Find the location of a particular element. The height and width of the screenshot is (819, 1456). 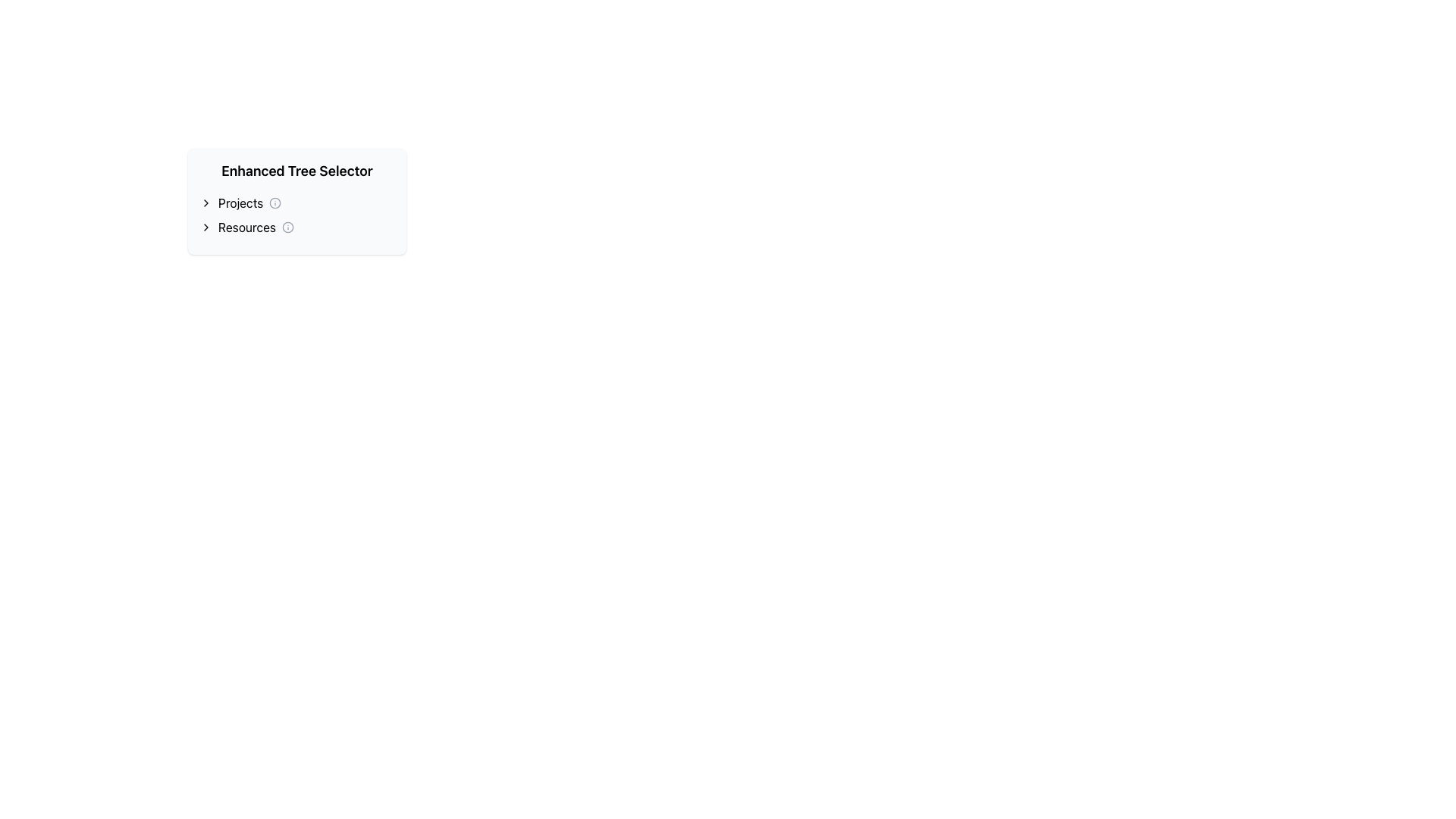

the rightward-facing chevron icon adjacent to the 'Projects' label is located at coordinates (206, 202).